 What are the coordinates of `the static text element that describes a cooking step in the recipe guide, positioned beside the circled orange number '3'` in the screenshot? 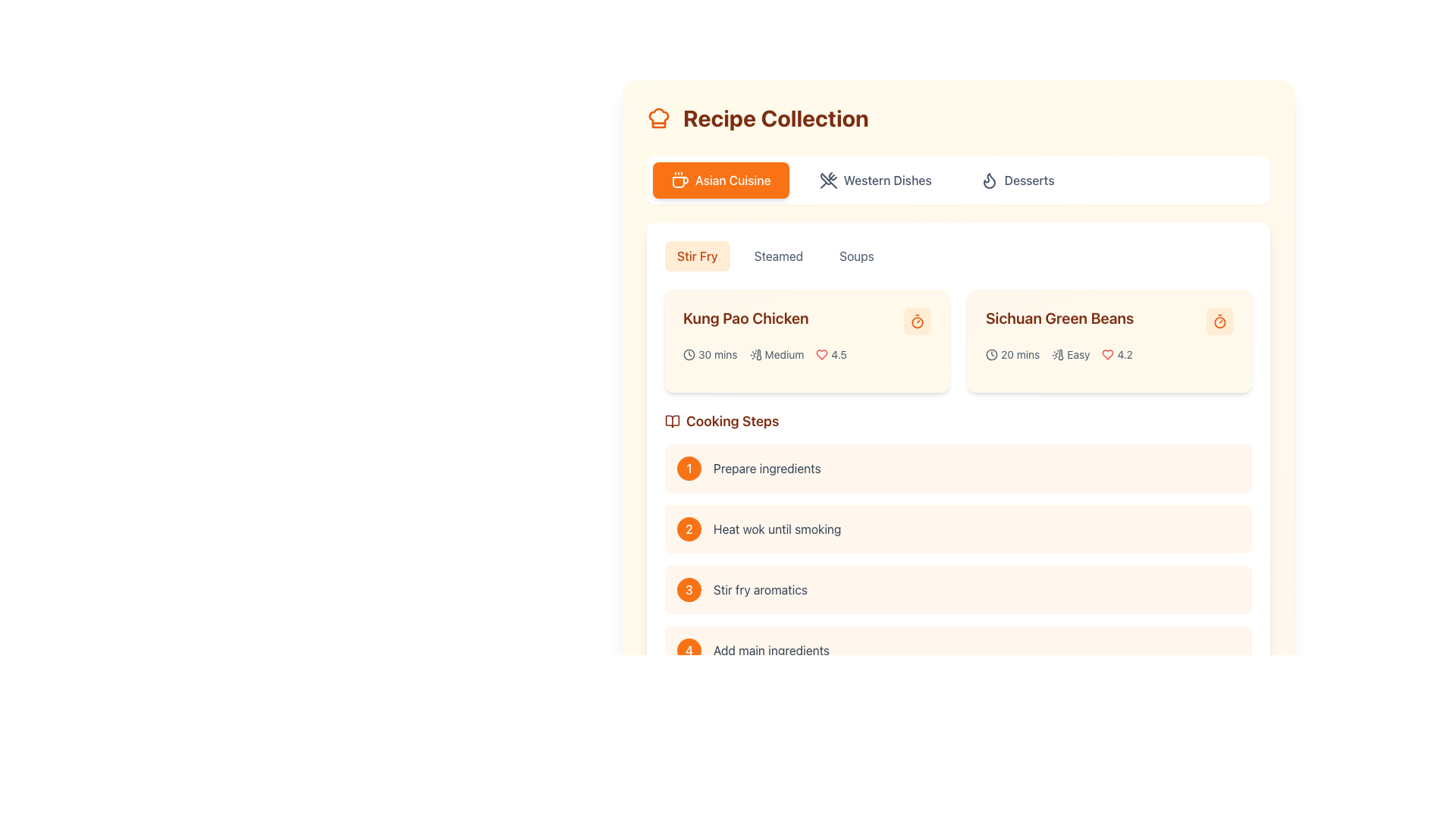 It's located at (761, 589).